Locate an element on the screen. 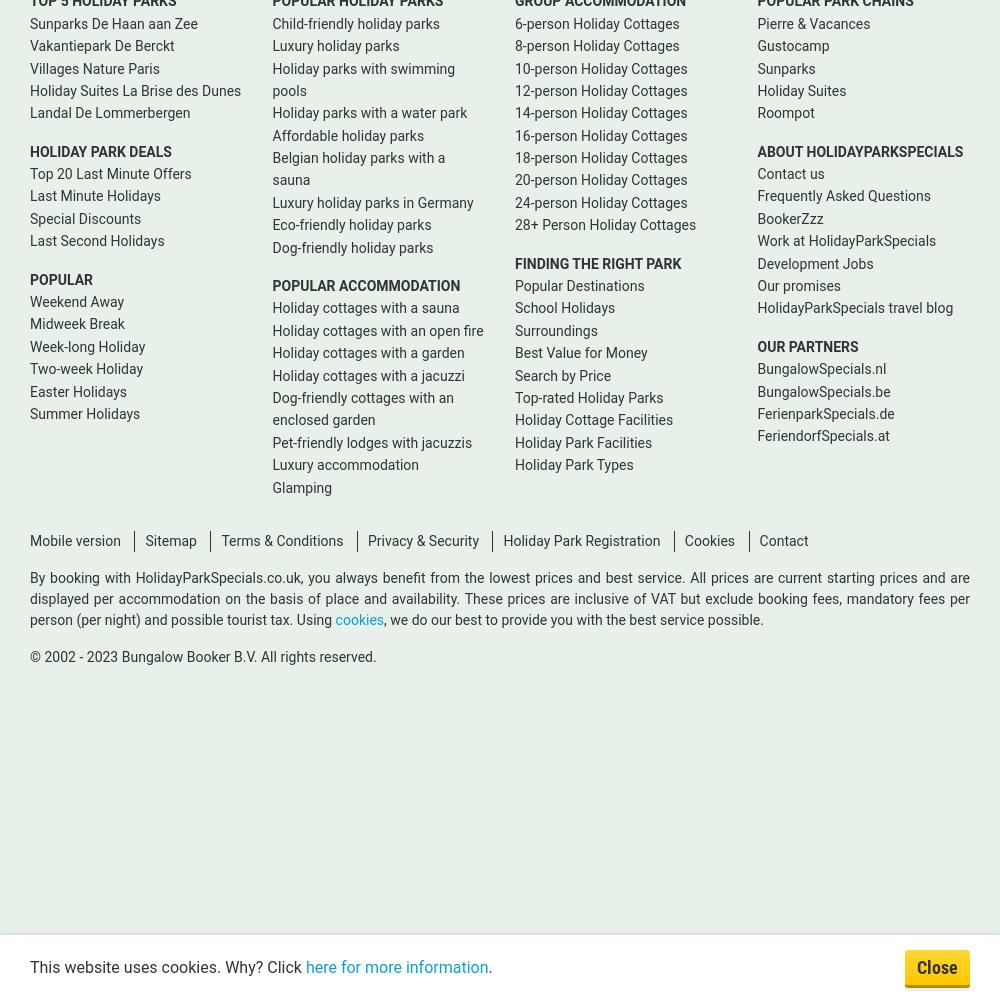 The height and width of the screenshot is (1000, 1000). '© 2002 - 2023 Bungalow Booker B.V.  All rights reserved.' is located at coordinates (202, 656).